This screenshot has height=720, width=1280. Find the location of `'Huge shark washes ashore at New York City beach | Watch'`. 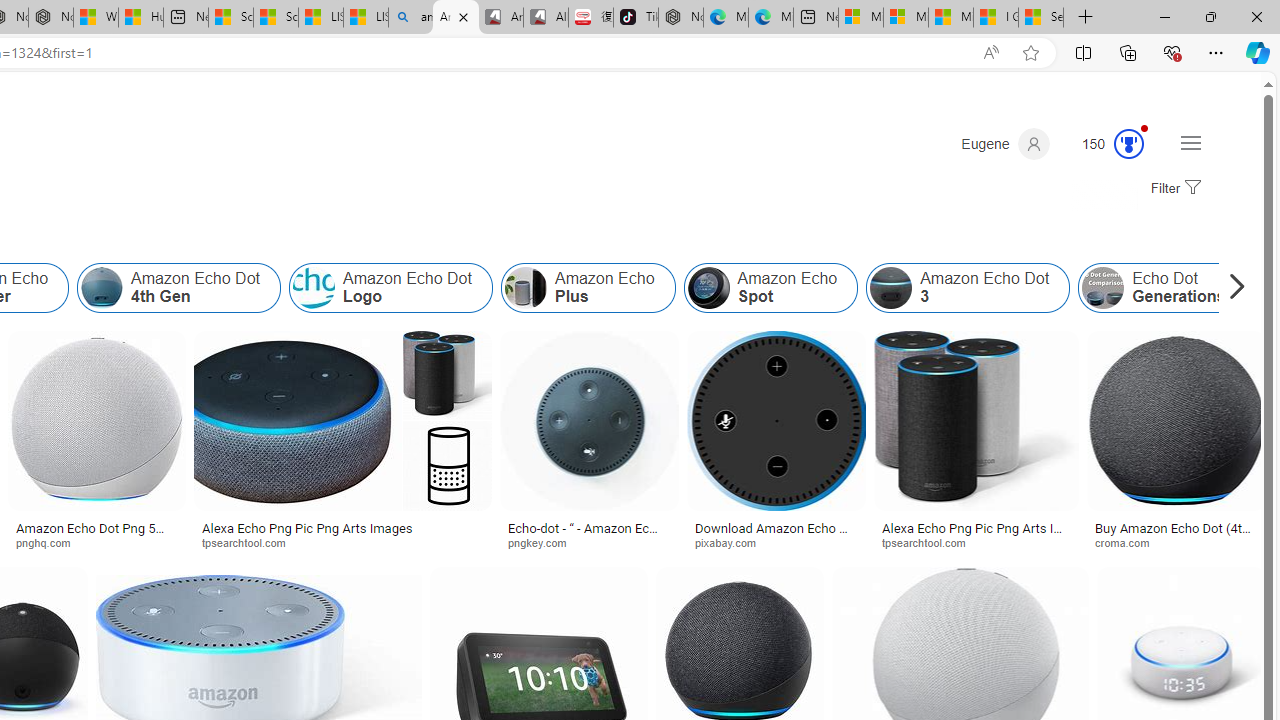

'Huge shark washes ashore at New York City beach | Watch' is located at coordinates (139, 17).